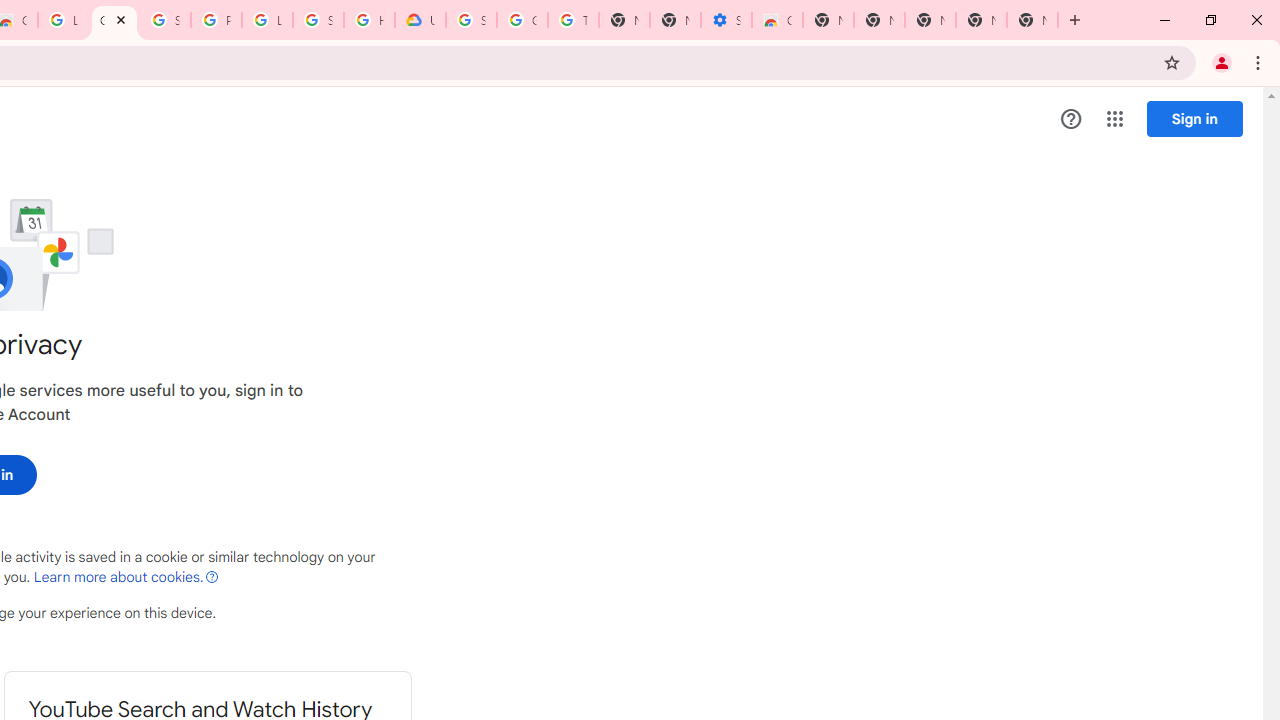 Image resolution: width=1280 pixels, height=720 pixels. What do you see at coordinates (165, 20) in the screenshot?
I see `'Sign in - Google Accounts'` at bounding box center [165, 20].